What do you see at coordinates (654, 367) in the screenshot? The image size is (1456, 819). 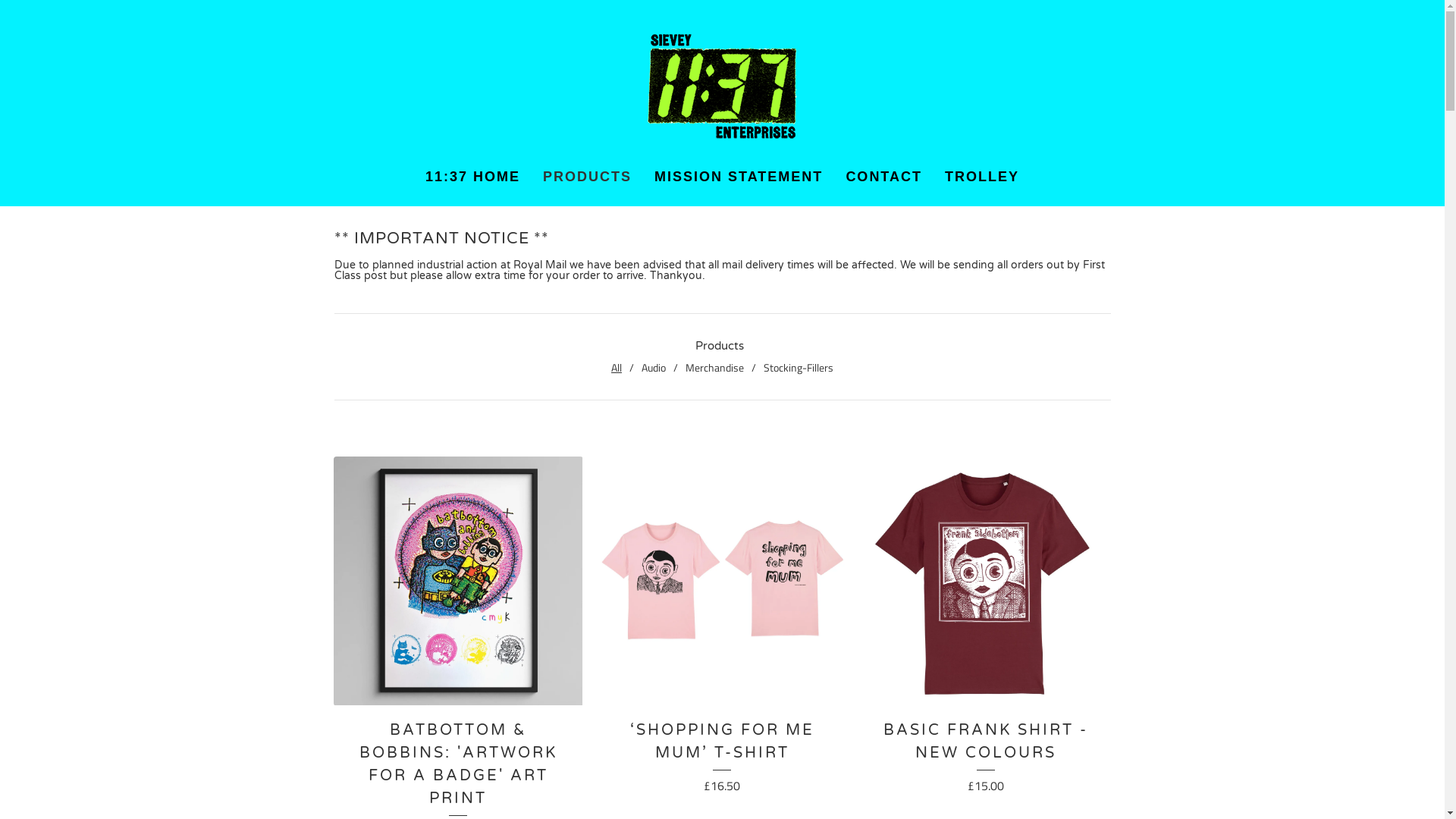 I see `'Audio'` at bounding box center [654, 367].